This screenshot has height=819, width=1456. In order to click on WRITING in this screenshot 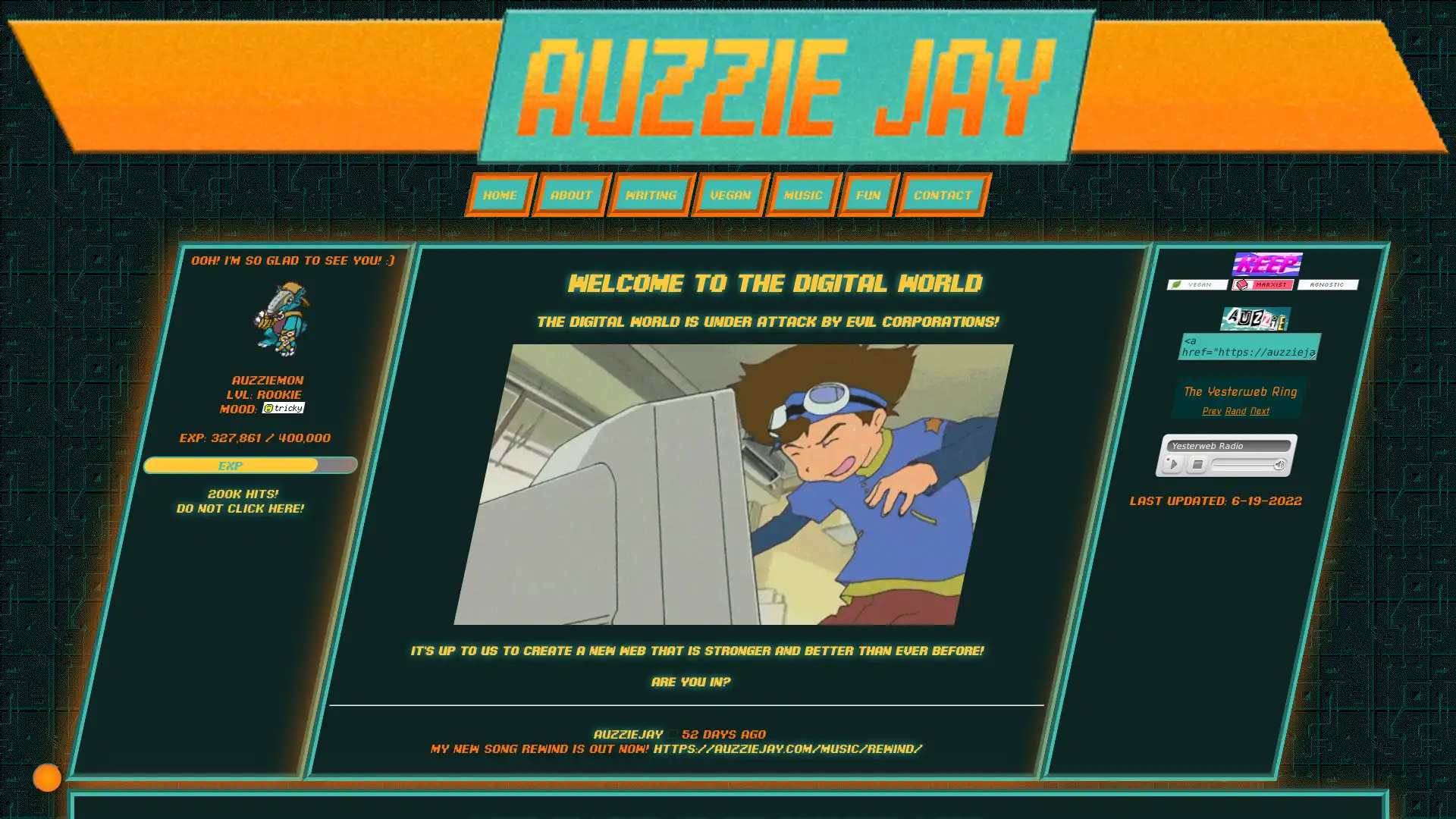, I will do `click(651, 193)`.